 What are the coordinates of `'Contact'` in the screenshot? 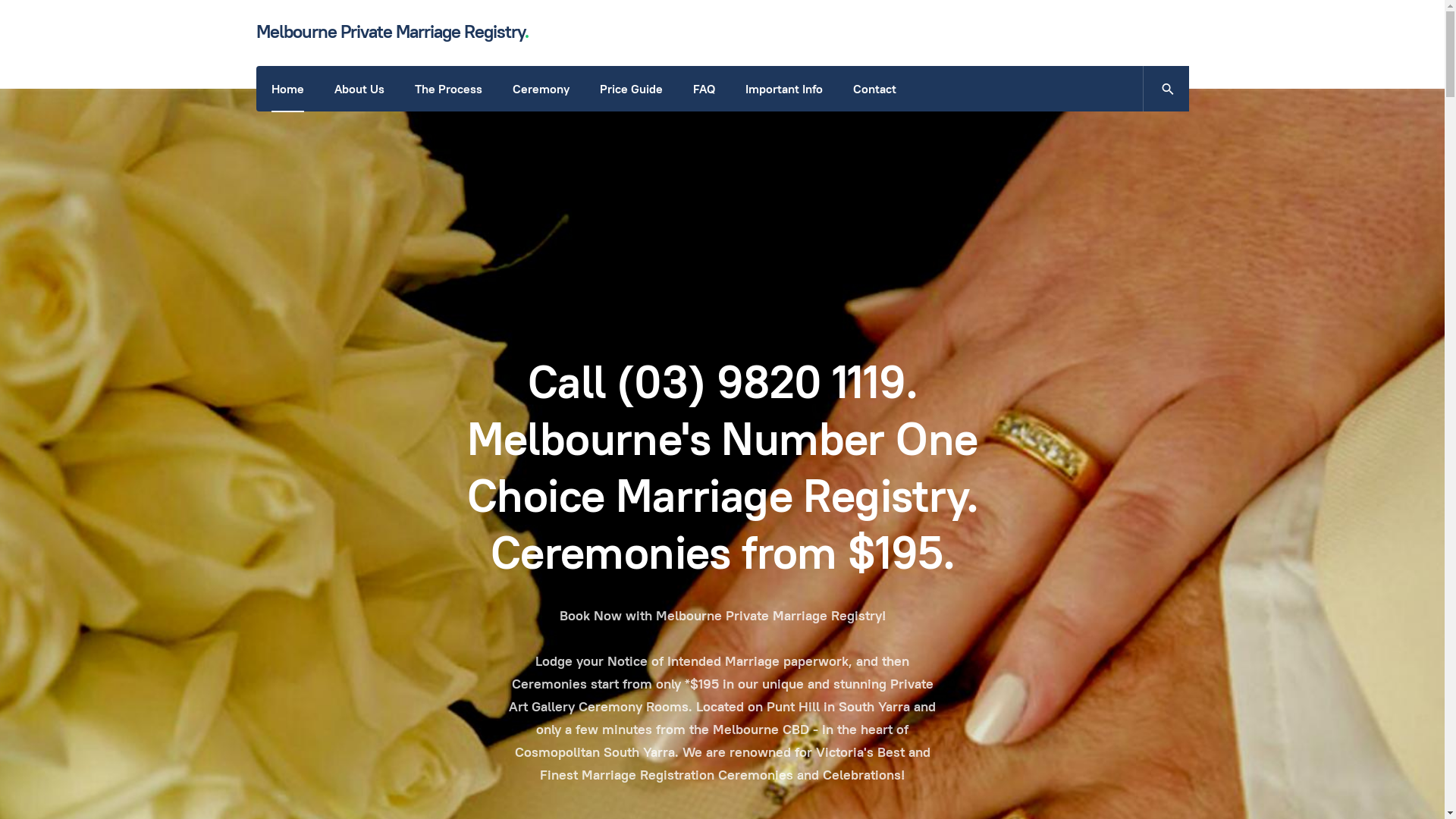 It's located at (874, 88).